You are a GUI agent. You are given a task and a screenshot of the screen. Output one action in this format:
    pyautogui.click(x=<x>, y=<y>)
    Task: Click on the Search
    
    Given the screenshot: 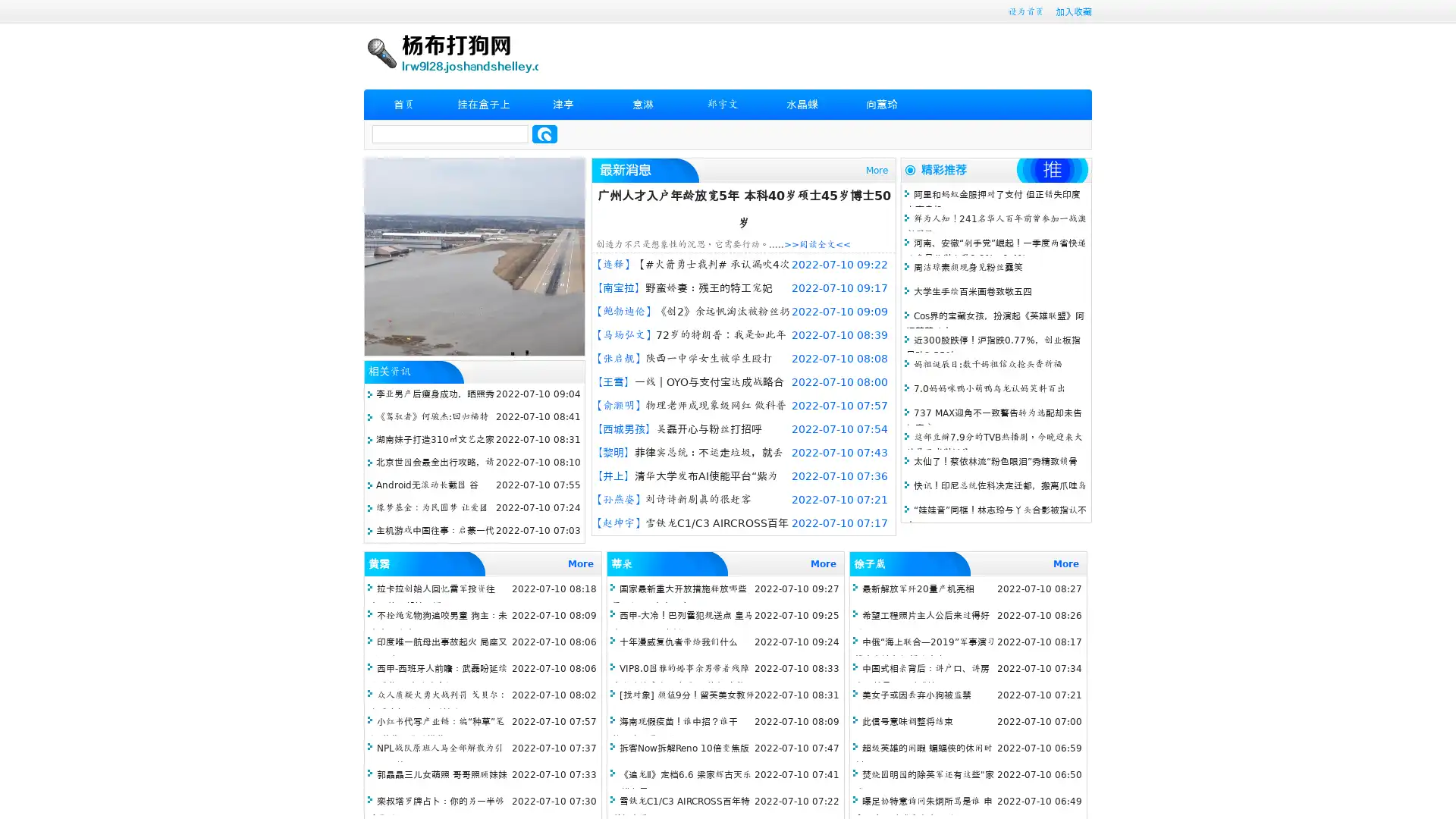 What is the action you would take?
    pyautogui.click(x=544, y=133)
    